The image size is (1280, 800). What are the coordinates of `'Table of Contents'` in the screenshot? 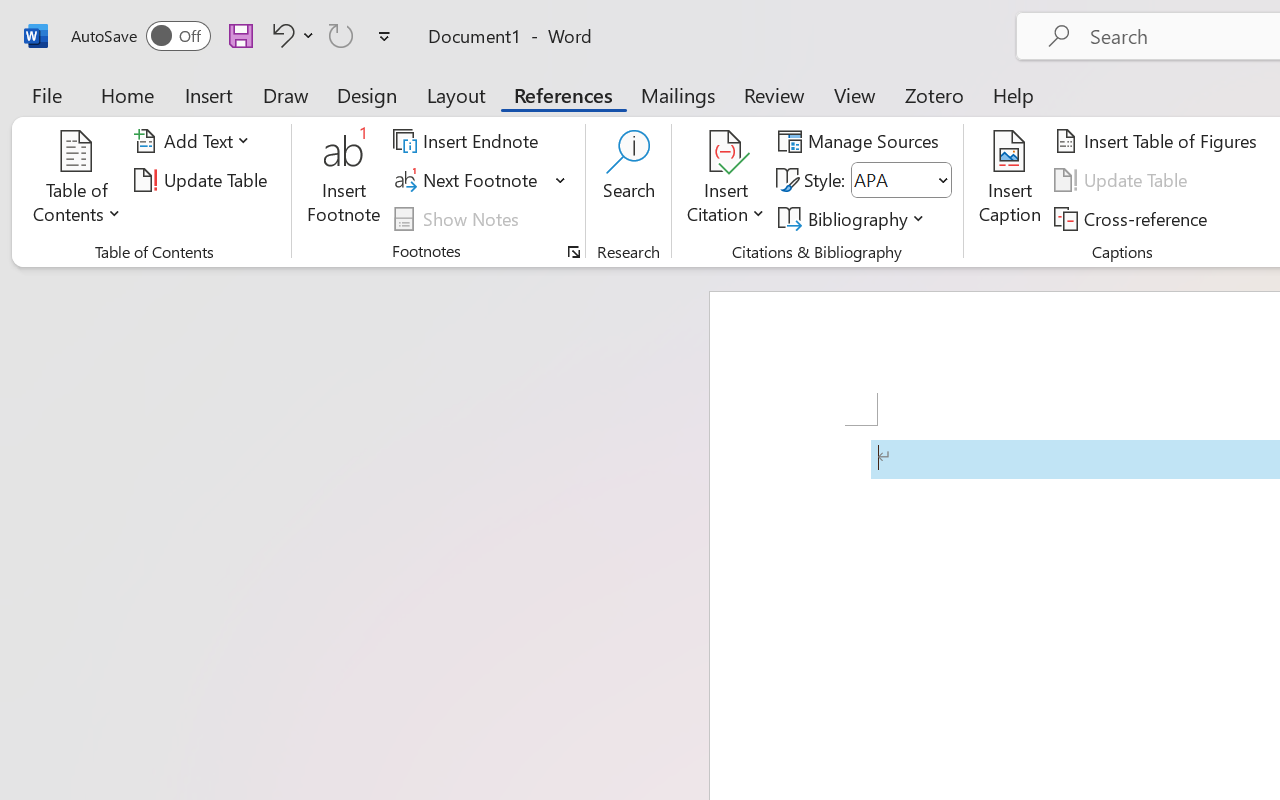 It's located at (77, 179).